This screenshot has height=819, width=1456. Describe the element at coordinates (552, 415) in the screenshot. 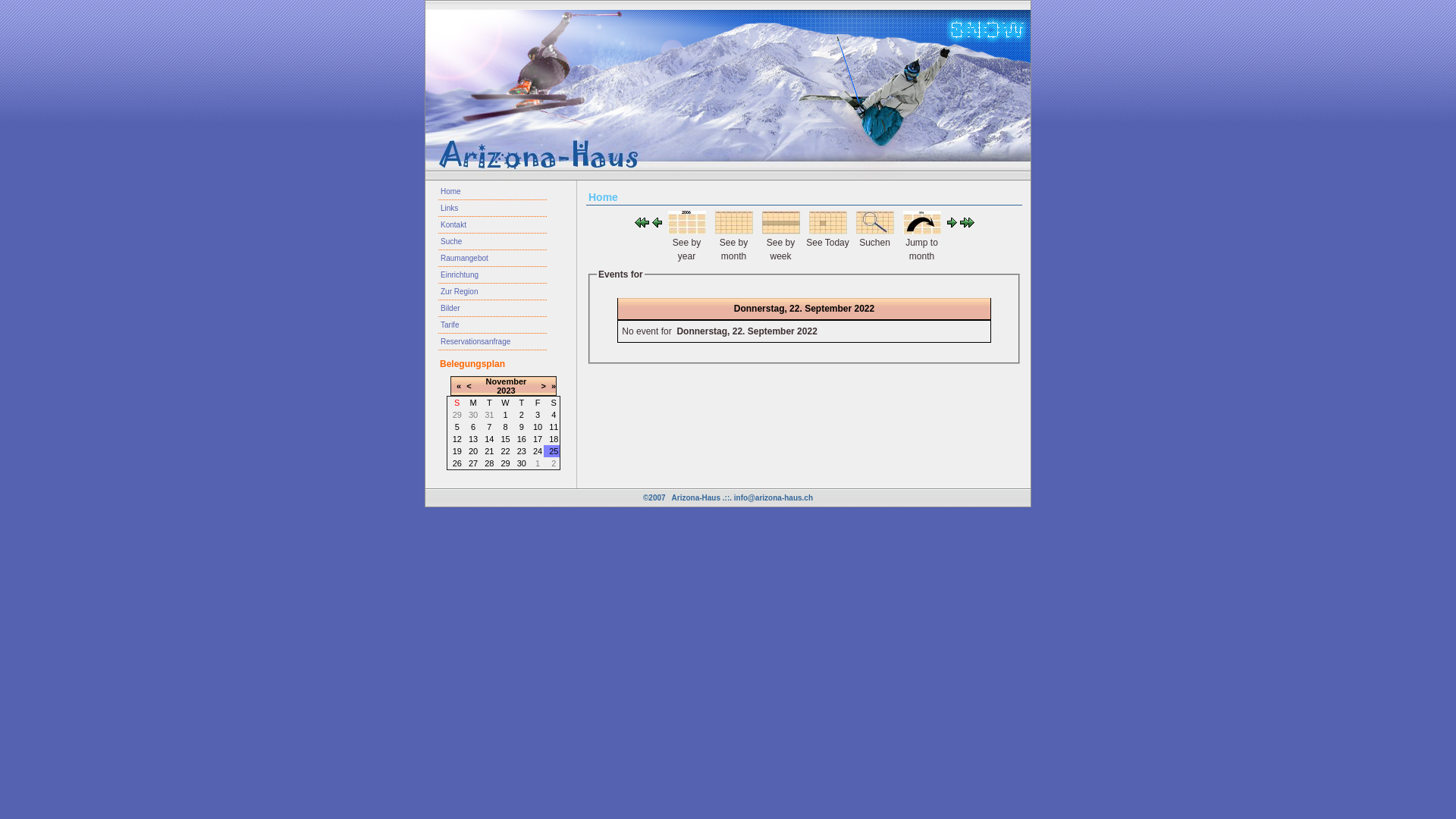

I see `'4'` at that location.